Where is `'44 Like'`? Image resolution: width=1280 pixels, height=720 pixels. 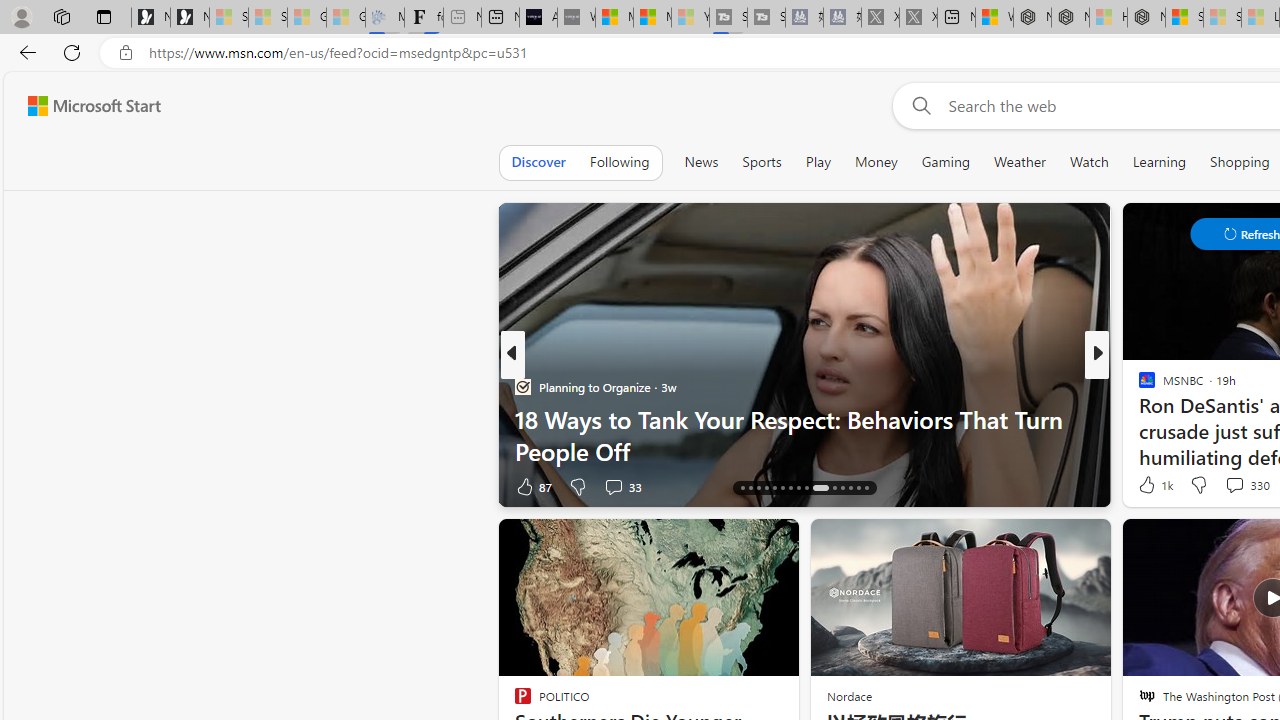 '44 Like' is located at coordinates (1149, 486).